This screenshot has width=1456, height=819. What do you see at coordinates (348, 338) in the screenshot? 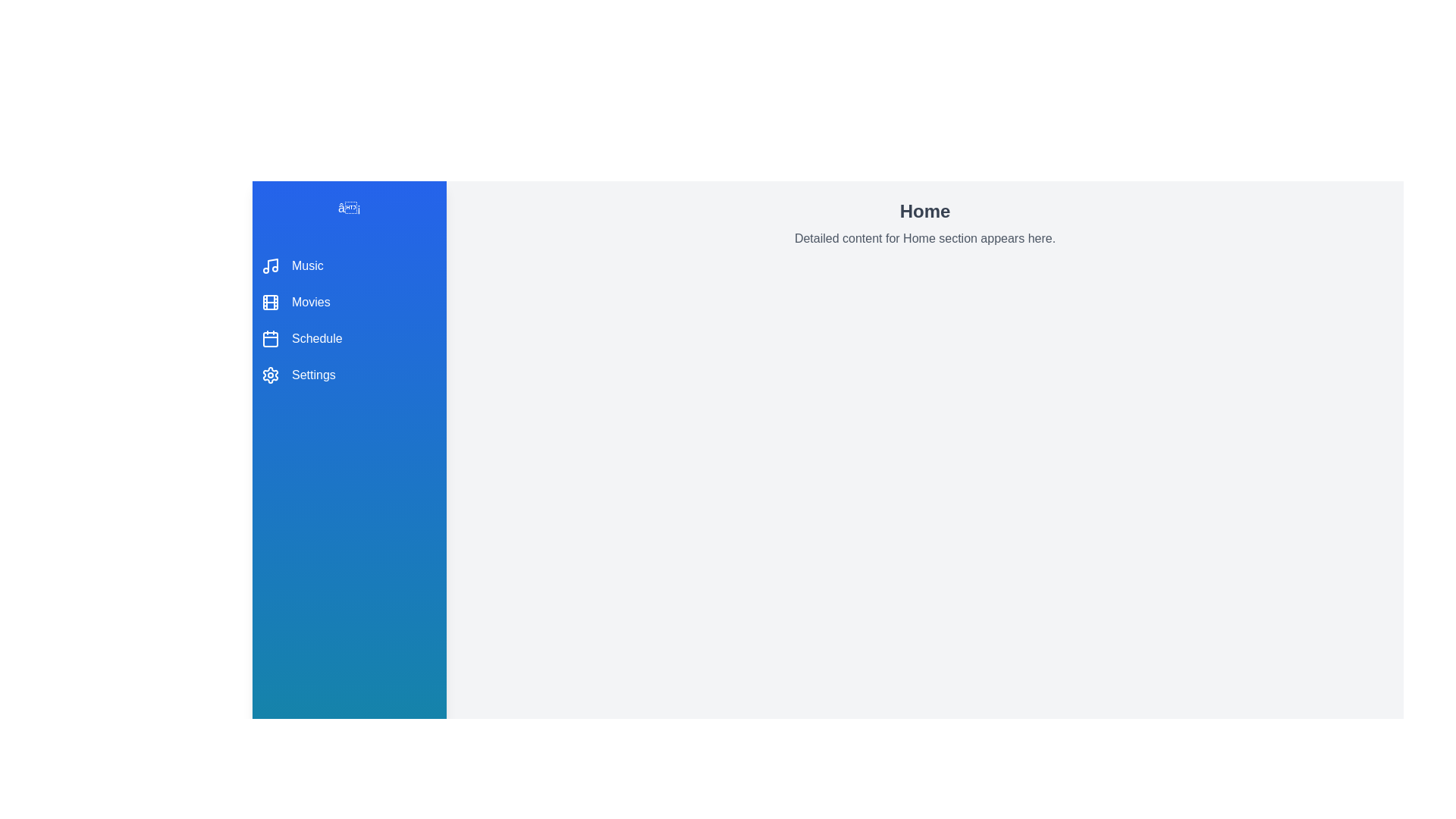
I see `the menu item Schedule` at bounding box center [348, 338].